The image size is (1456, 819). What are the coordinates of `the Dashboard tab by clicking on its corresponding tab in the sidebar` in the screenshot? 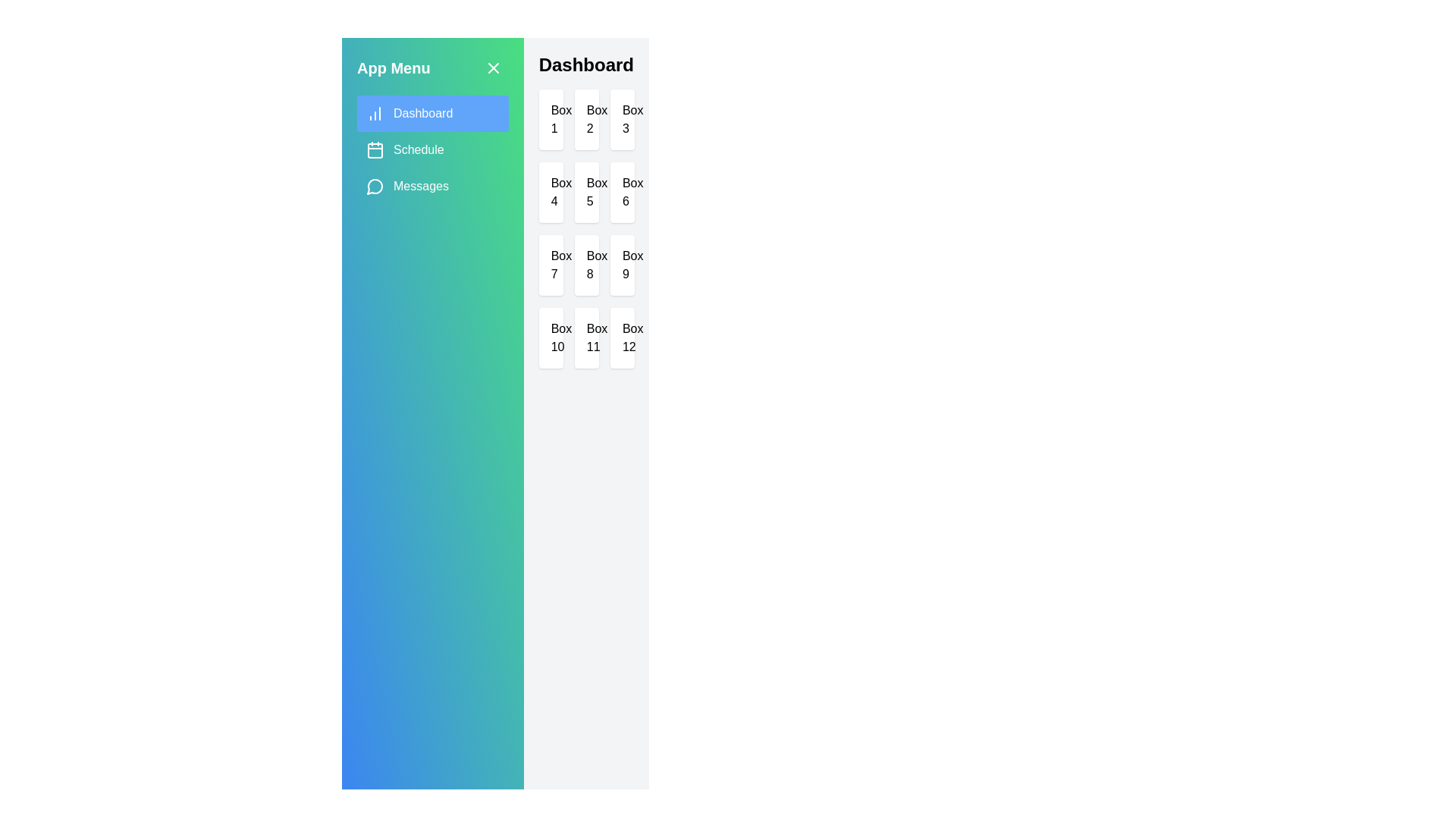 It's located at (431, 113).